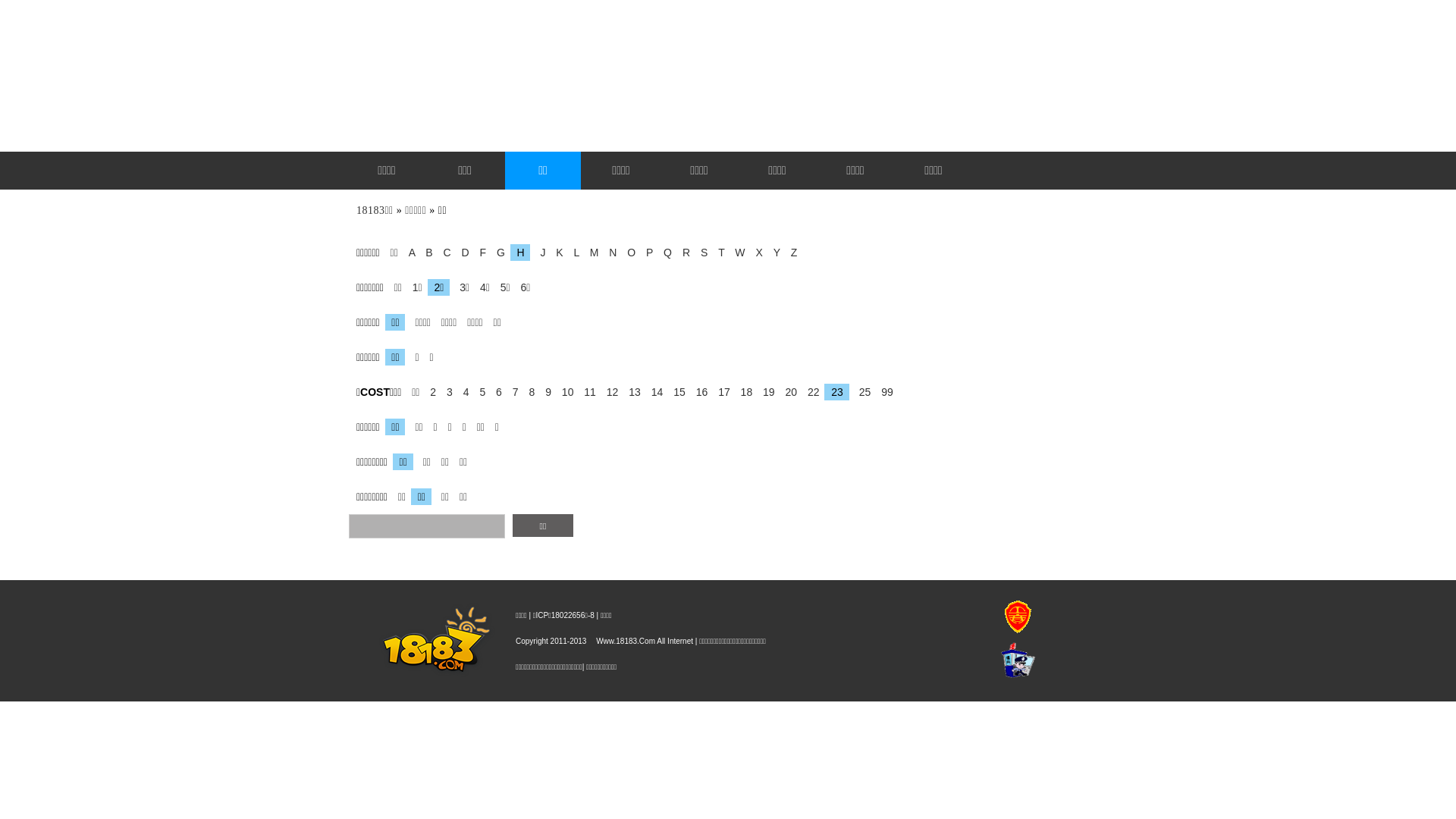  Describe the element at coordinates (698, 391) in the screenshot. I see `'16'` at that location.